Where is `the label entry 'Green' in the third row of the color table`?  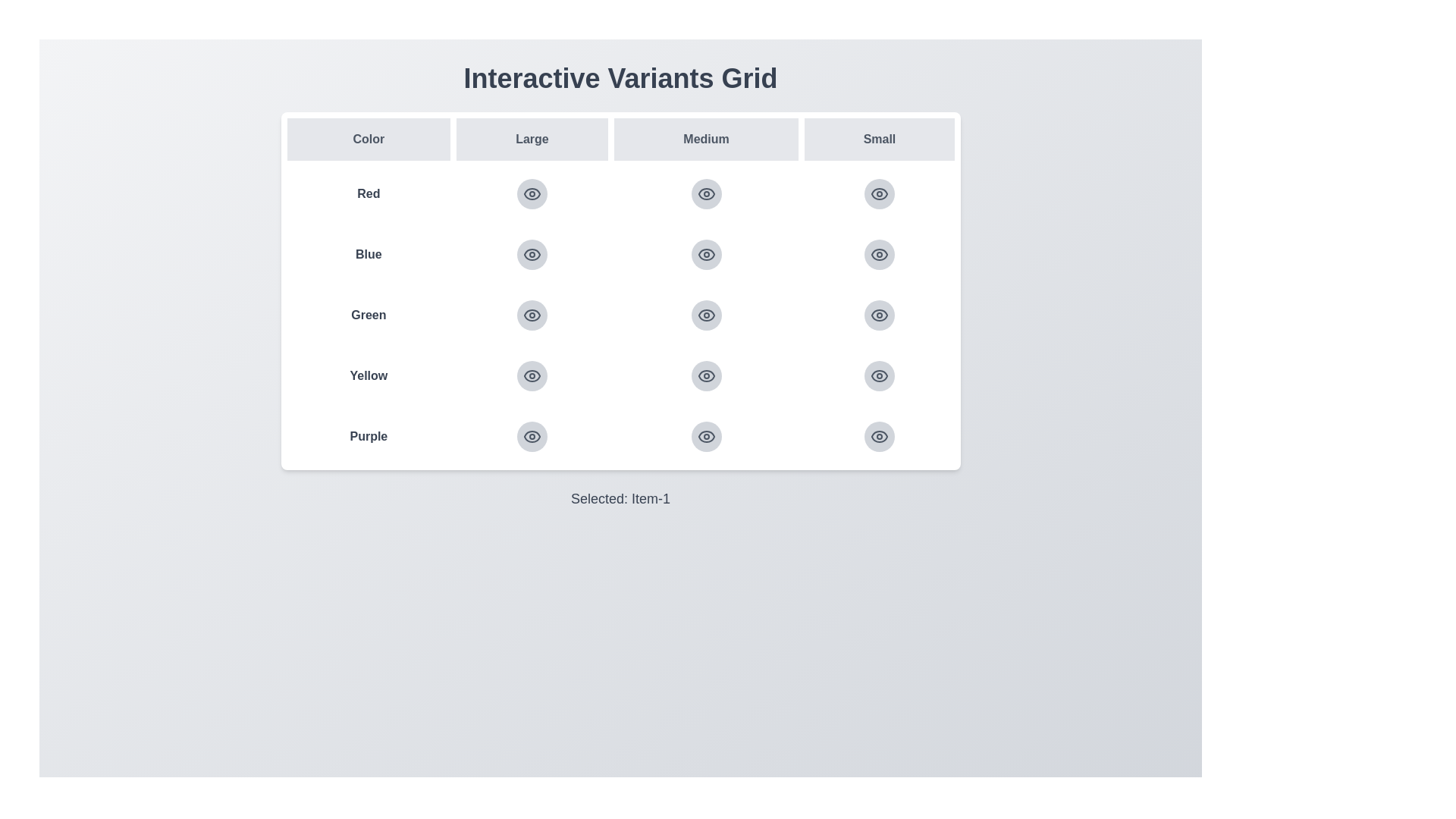
the label entry 'Green' in the third row of the color table is located at coordinates (620, 315).